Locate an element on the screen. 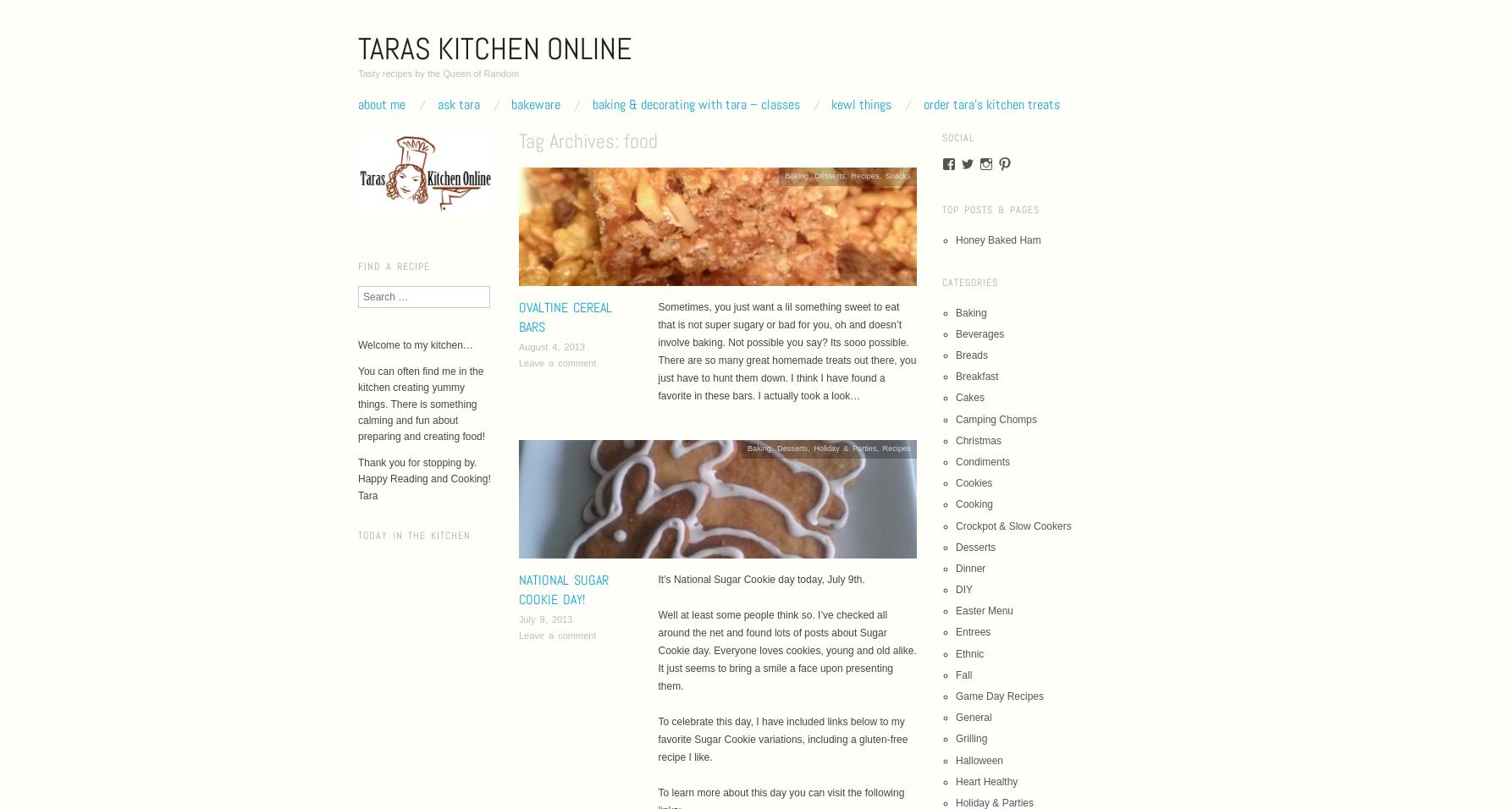 The width and height of the screenshot is (1512, 809). 'Ethnic' is located at coordinates (968, 652).